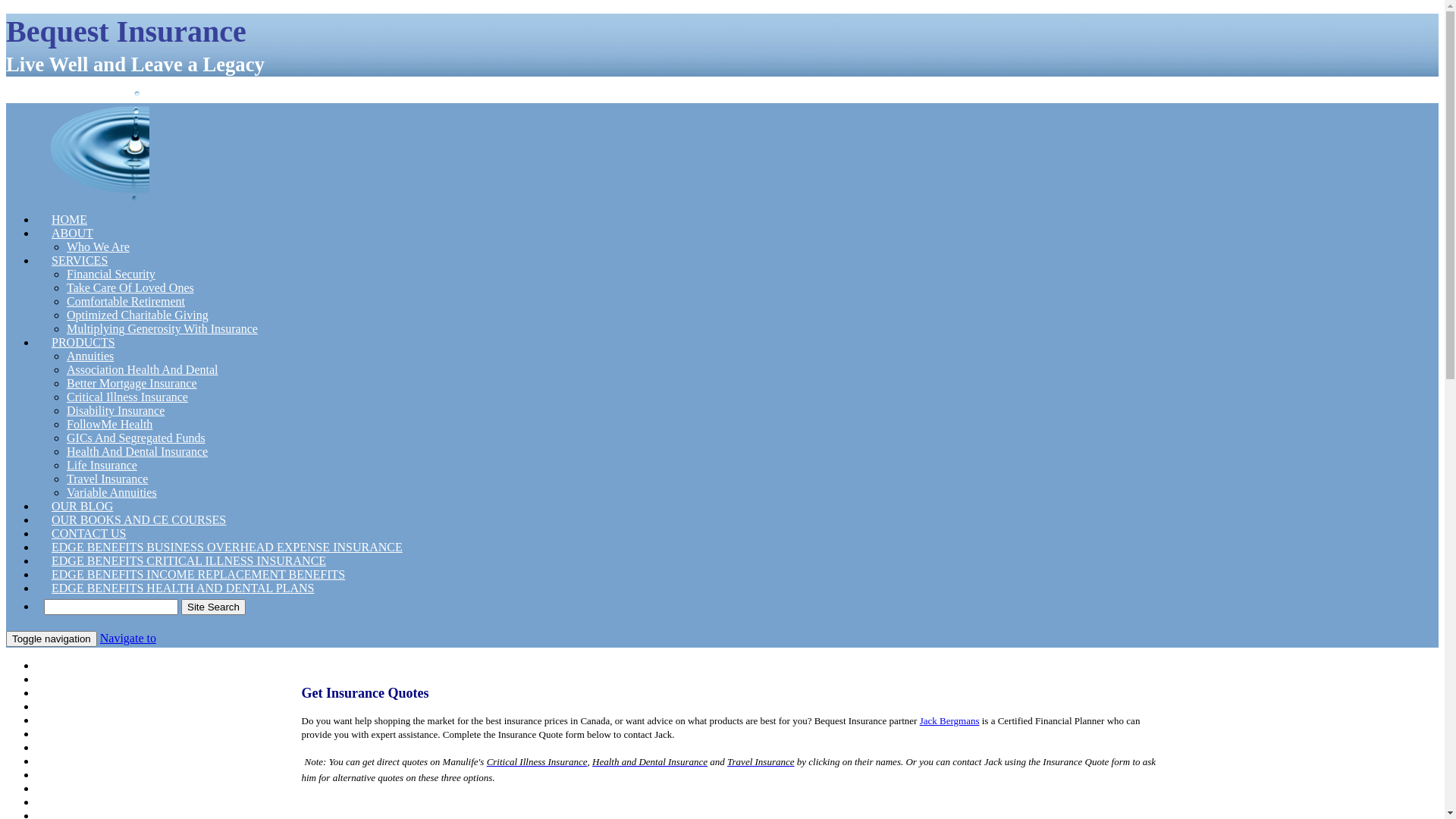 The height and width of the screenshot is (819, 1456). I want to click on 'Jack Bergmans', so click(949, 720).